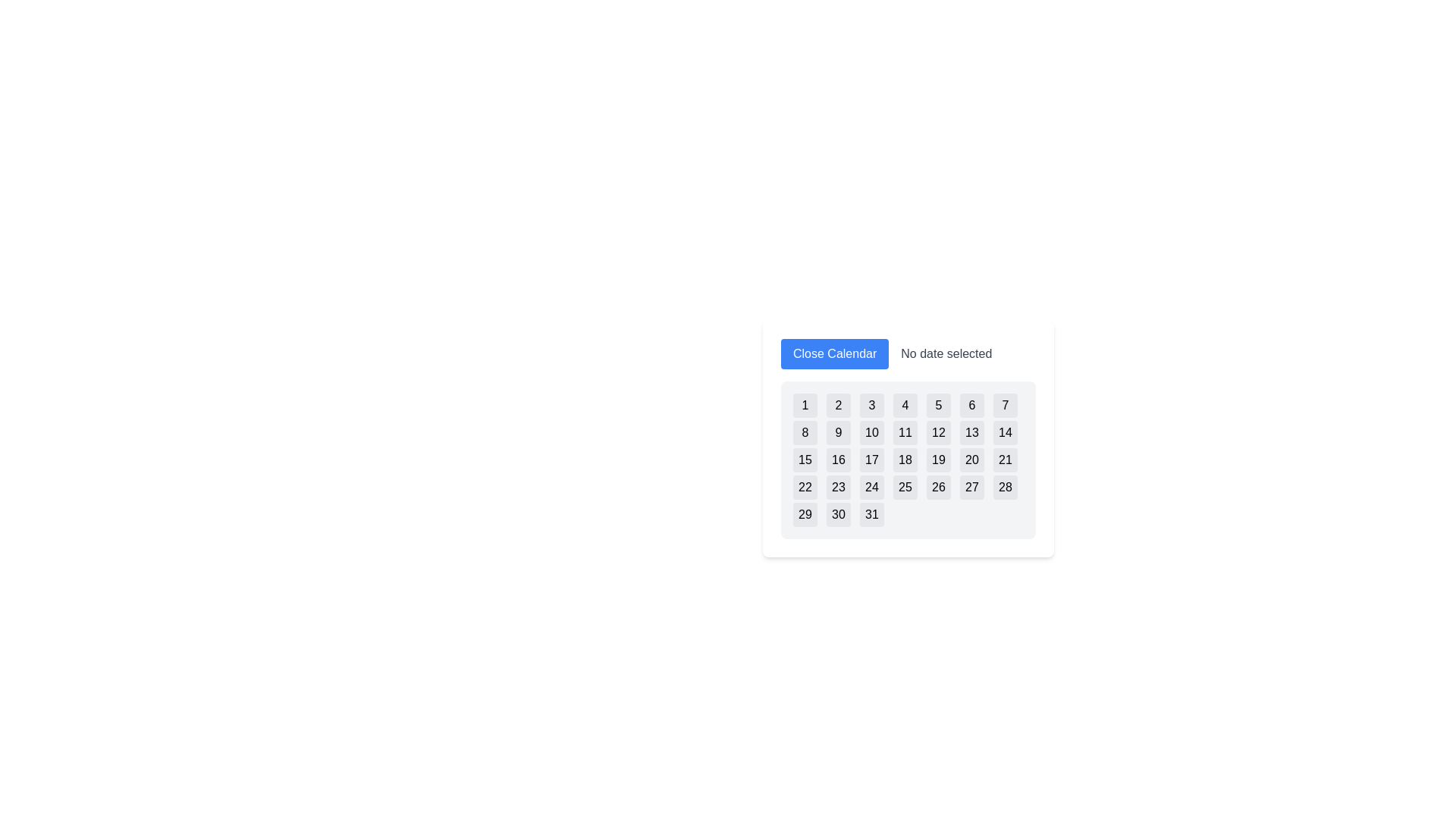 The image size is (1456, 819). Describe the element at coordinates (971, 488) in the screenshot. I see `the square button labeled '27'` at that location.